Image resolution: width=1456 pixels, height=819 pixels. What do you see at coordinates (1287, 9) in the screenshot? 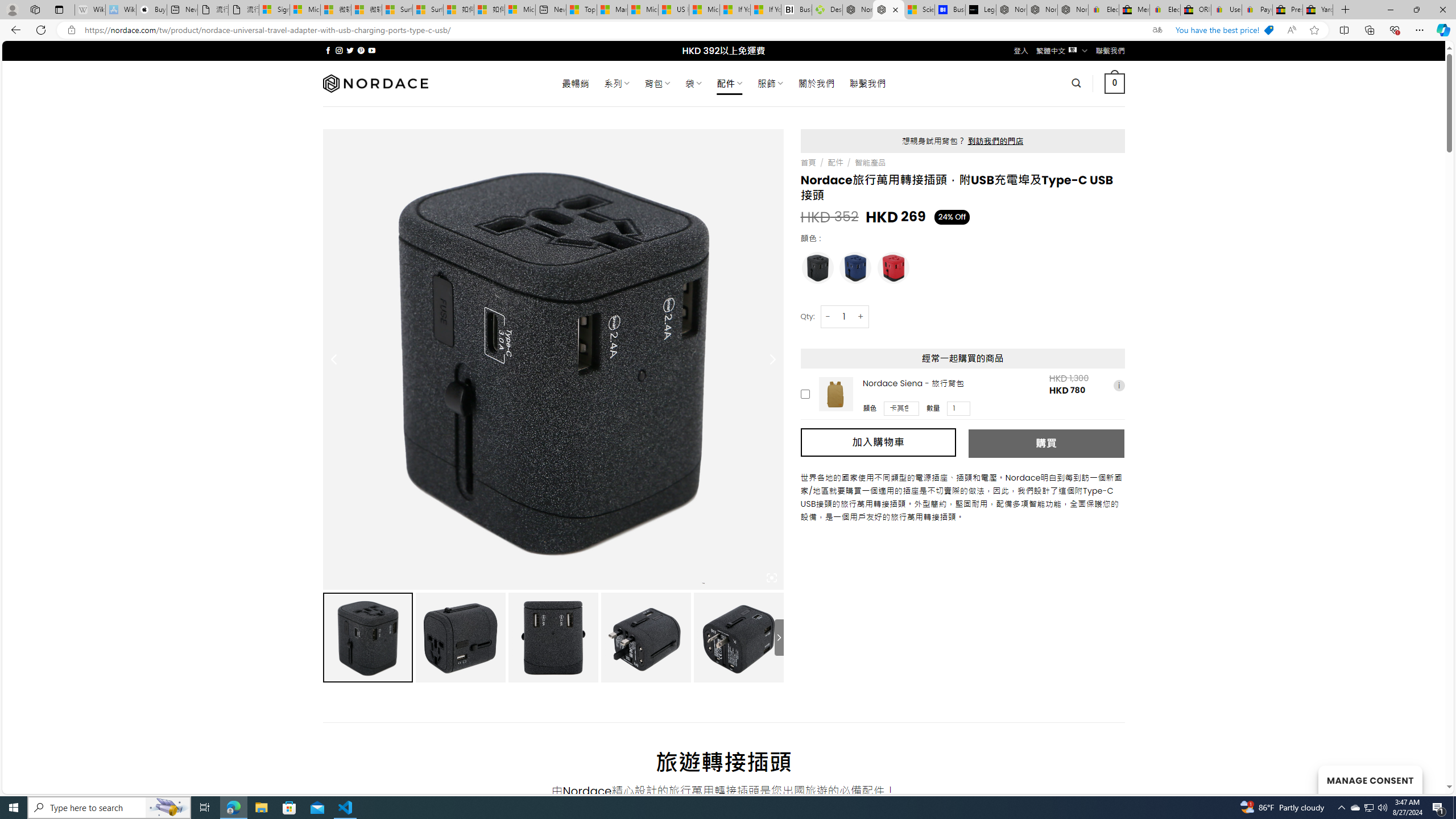
I see `'Press Room - eBay Inc.'` at bounding box center [1287, 9].